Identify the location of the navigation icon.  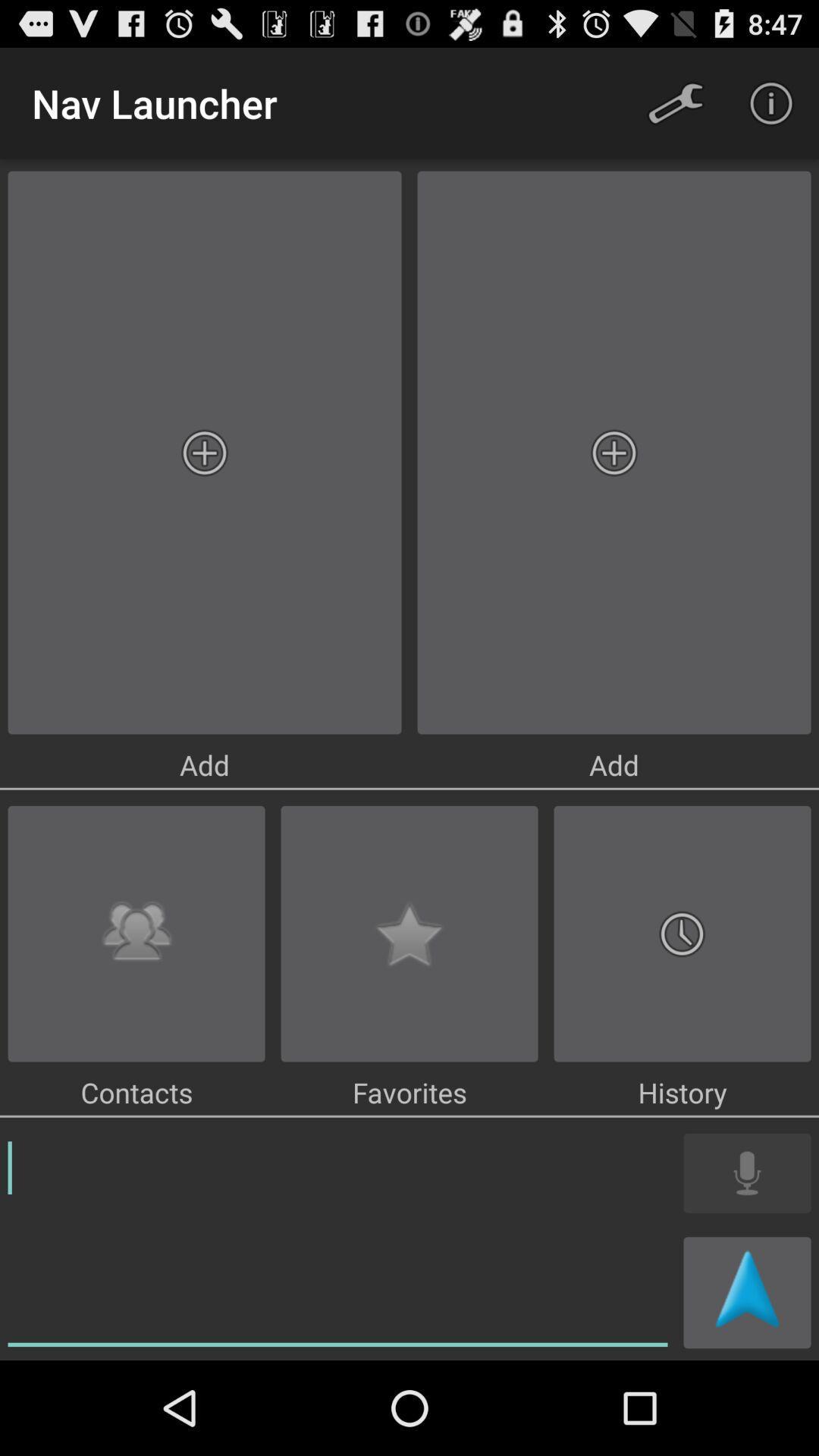
(746, 1383).